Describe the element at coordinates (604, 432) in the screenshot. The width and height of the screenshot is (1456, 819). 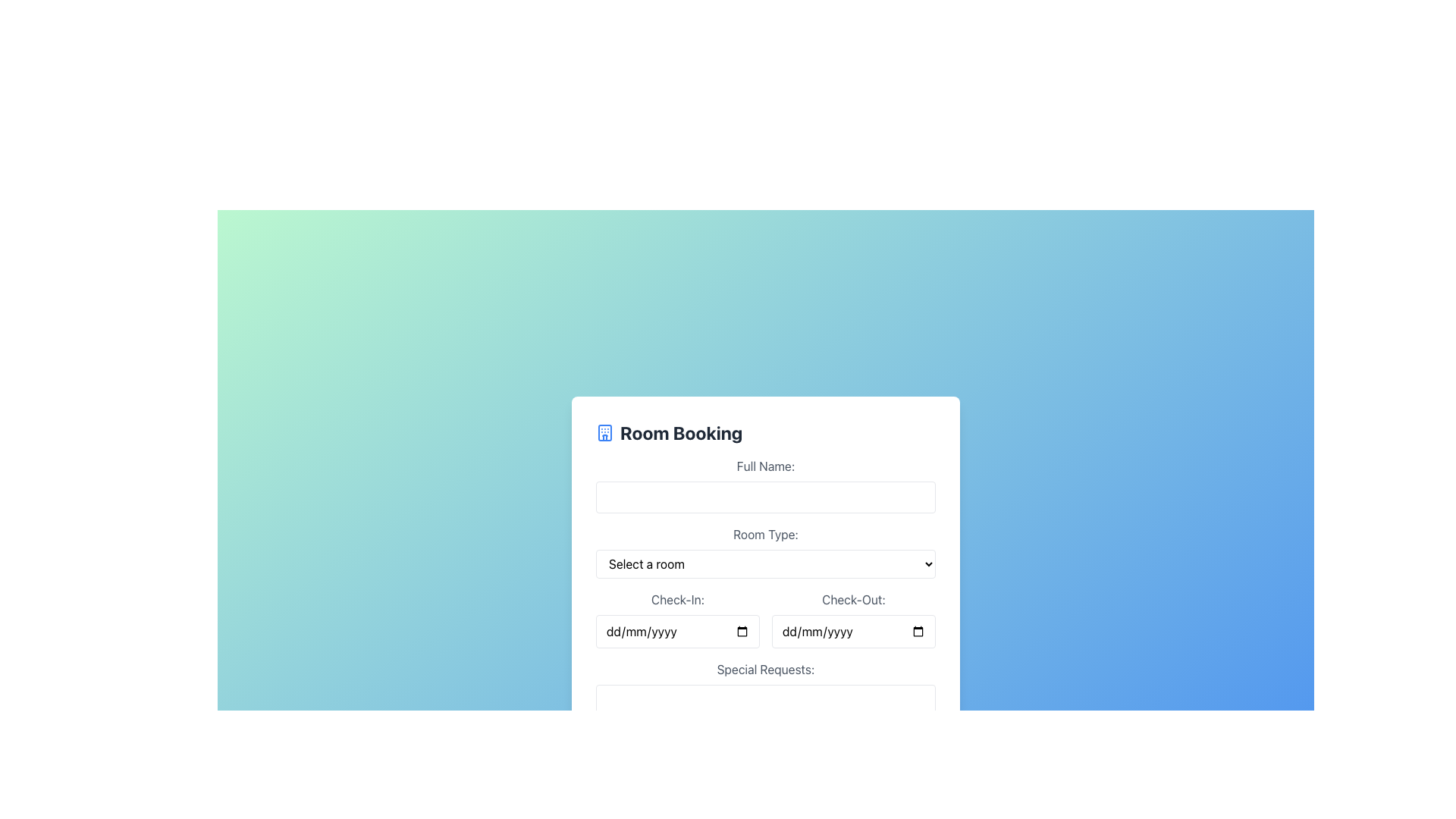
I see `the central SVG rectangle in the header labeled 'Room Booking', which serves a decorative and symbolic purpose` at that location.